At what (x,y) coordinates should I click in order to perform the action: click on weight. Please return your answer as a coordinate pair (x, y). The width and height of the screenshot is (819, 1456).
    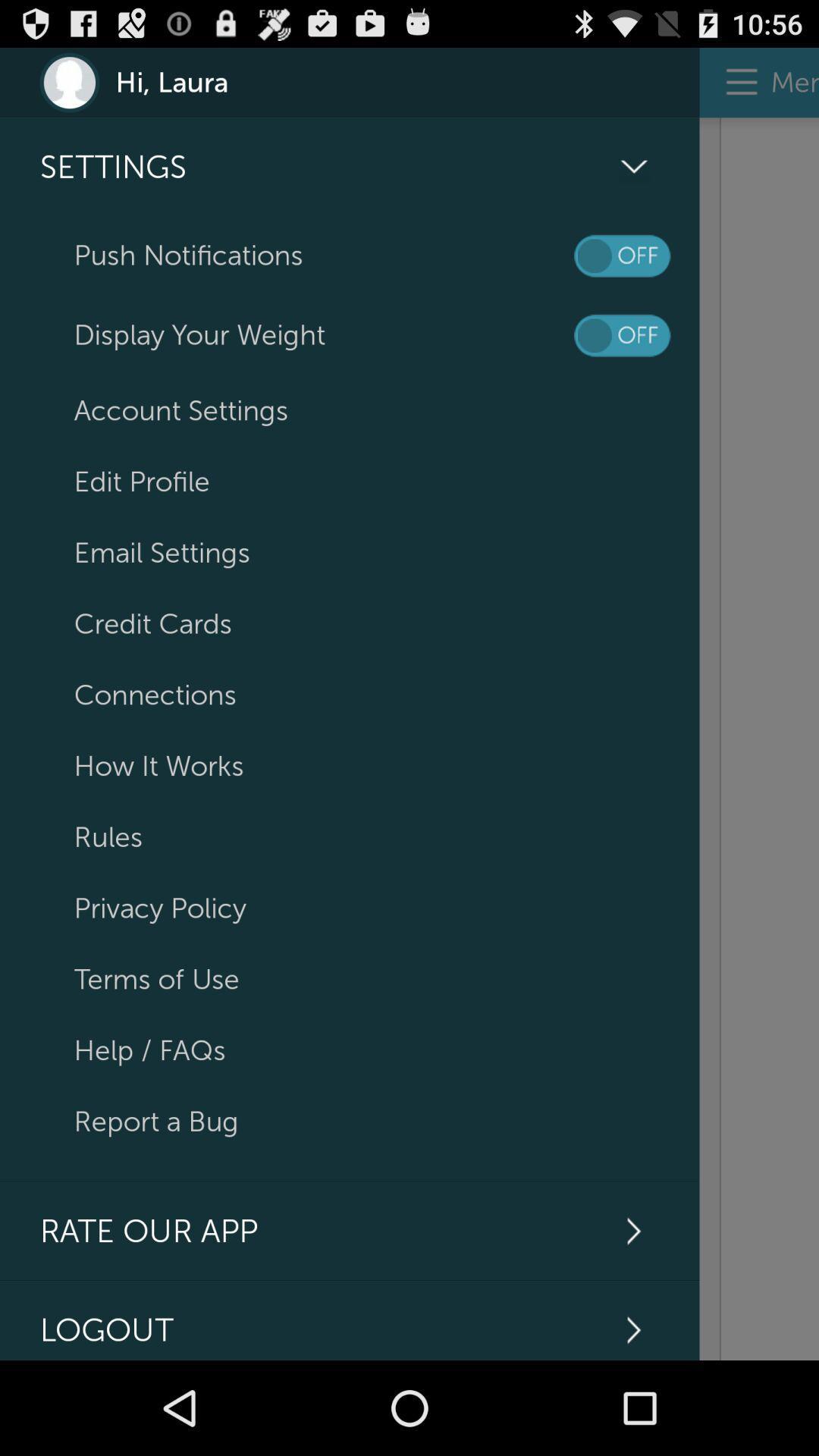
    Looking at the image, I should click on (622, 334).